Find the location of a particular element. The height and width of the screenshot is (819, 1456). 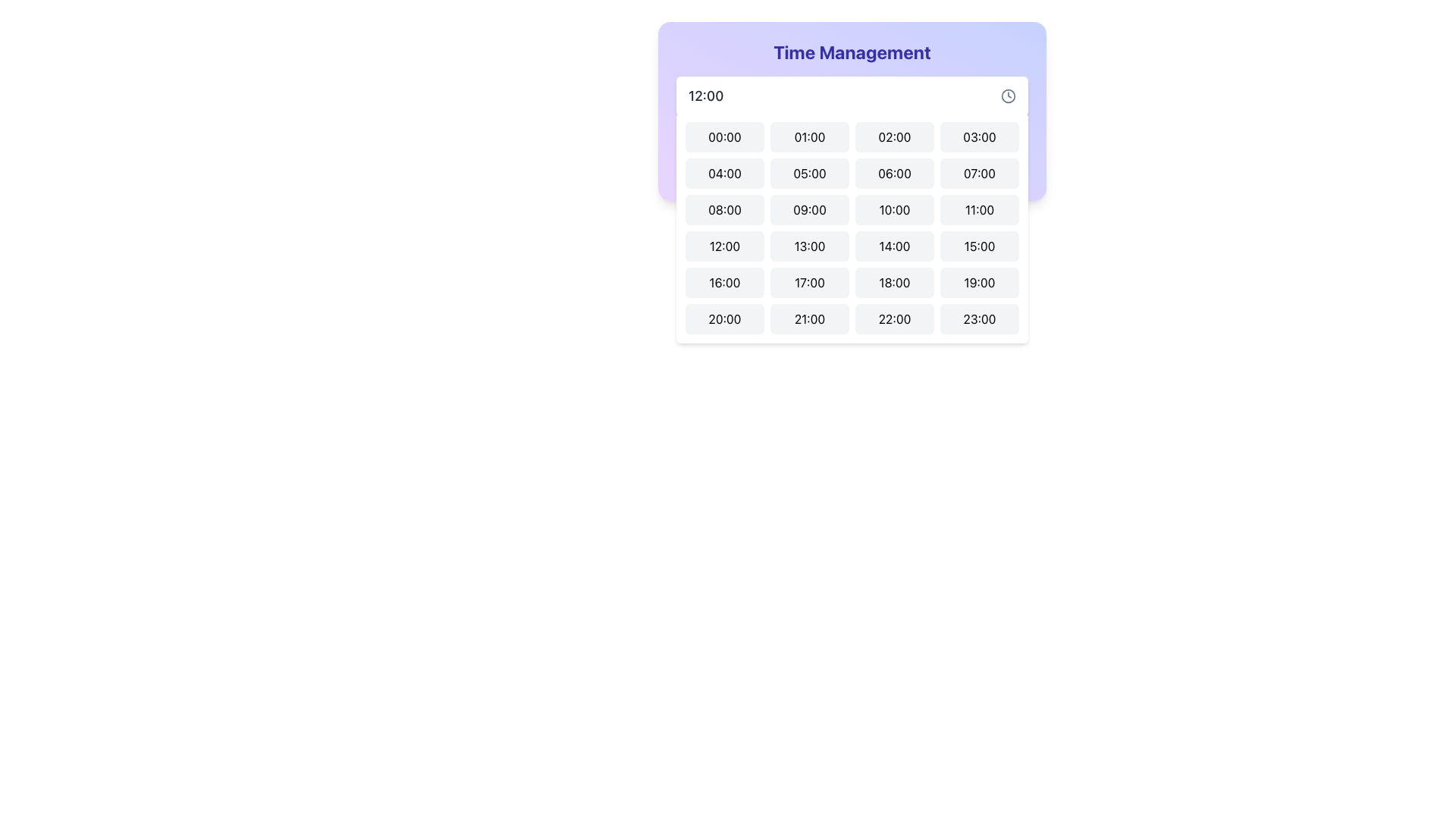

the '08:00' button in the 'Time Management' dropdown panel to change its color is located at coordinates (723, 210).